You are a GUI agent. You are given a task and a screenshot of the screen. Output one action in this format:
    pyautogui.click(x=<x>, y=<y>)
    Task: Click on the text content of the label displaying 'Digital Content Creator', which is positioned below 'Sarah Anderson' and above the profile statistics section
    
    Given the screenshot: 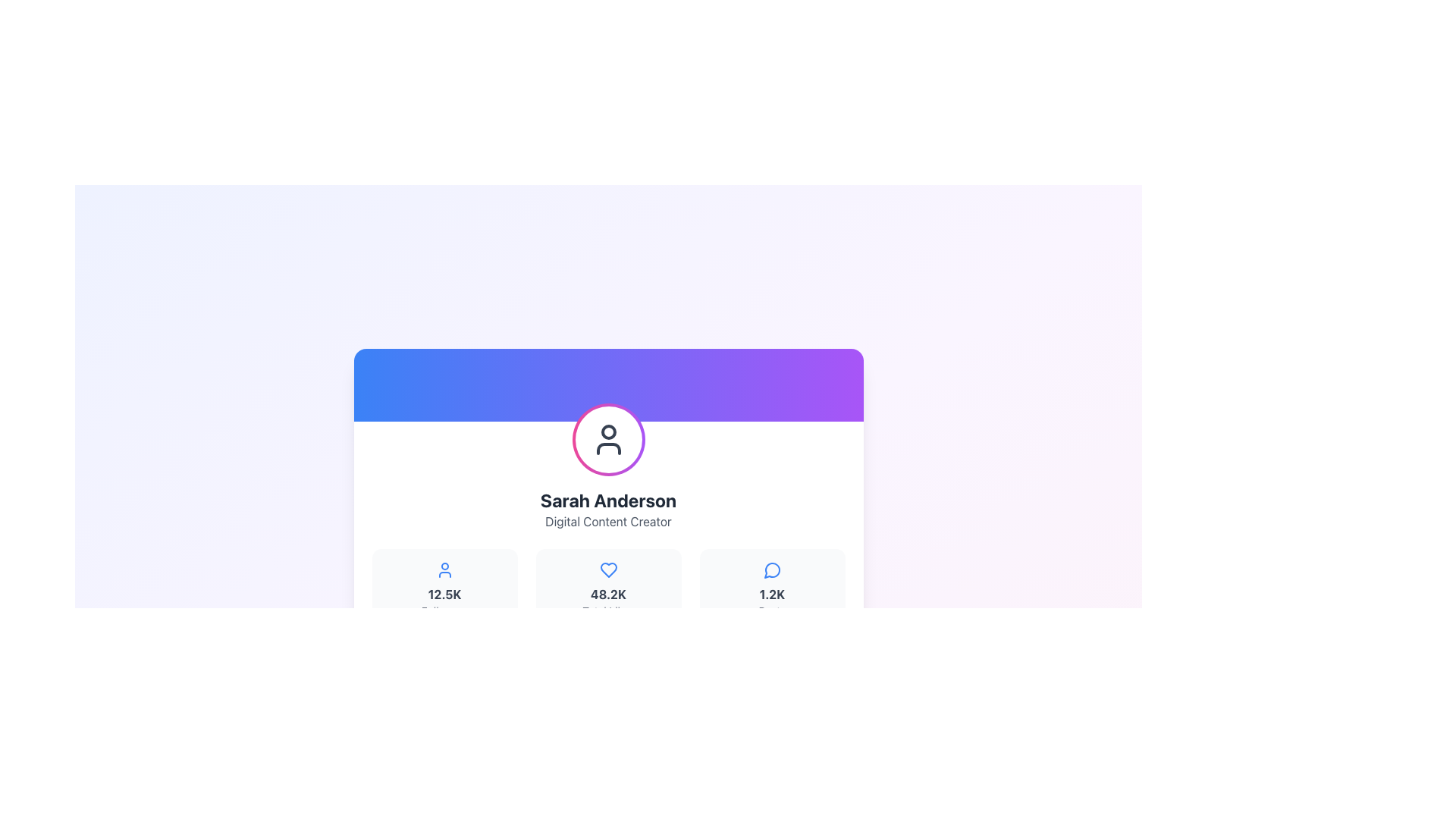 What is the action you would take?
    pyautogui.click(x=608, y=520)
    